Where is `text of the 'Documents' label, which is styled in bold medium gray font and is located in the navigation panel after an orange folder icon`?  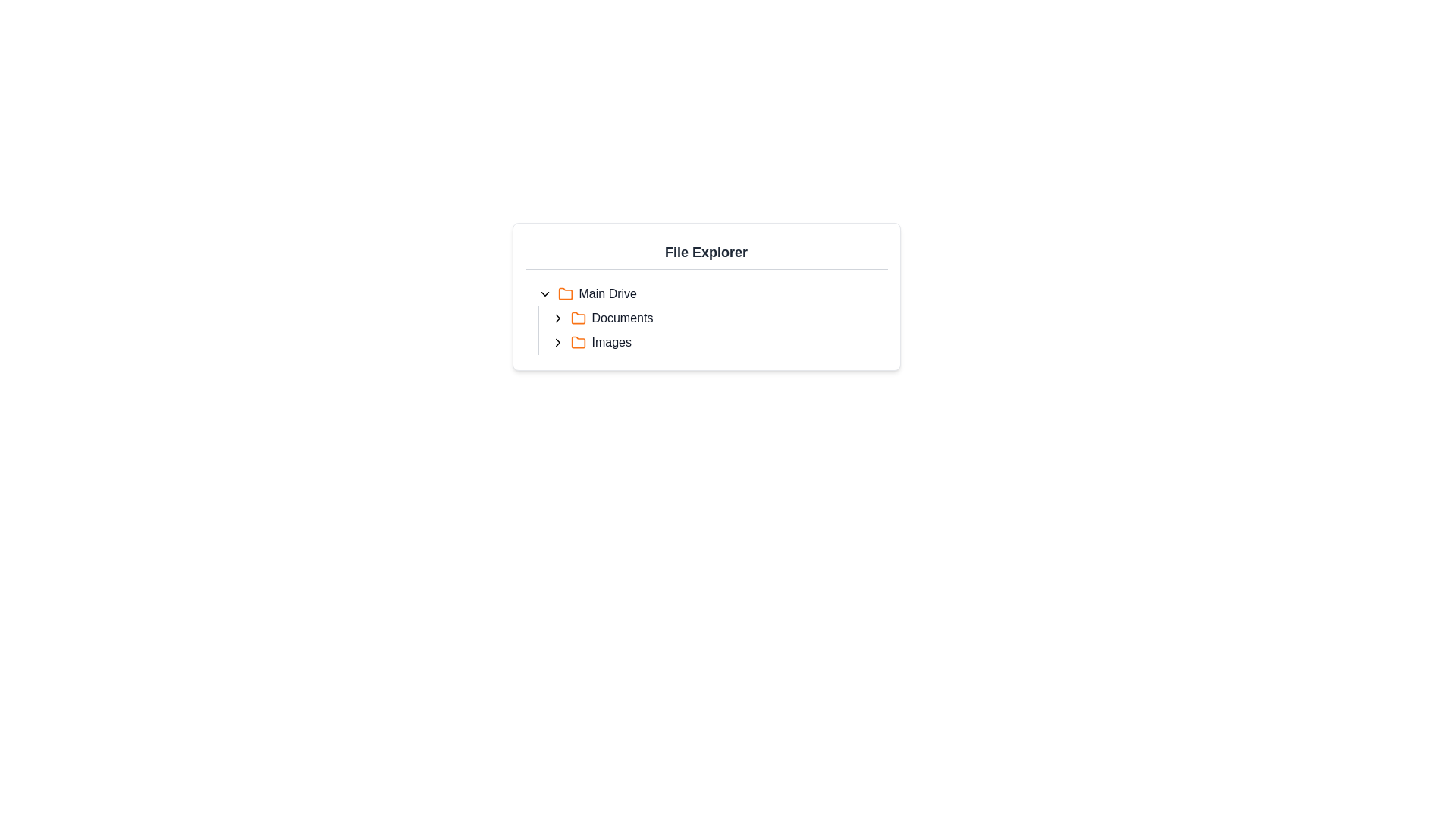
text of the 'Documents' label, which is styled in bold medium gray font and is located in the navigation panel after an orange folder icon is located at coordinates (622, 318).